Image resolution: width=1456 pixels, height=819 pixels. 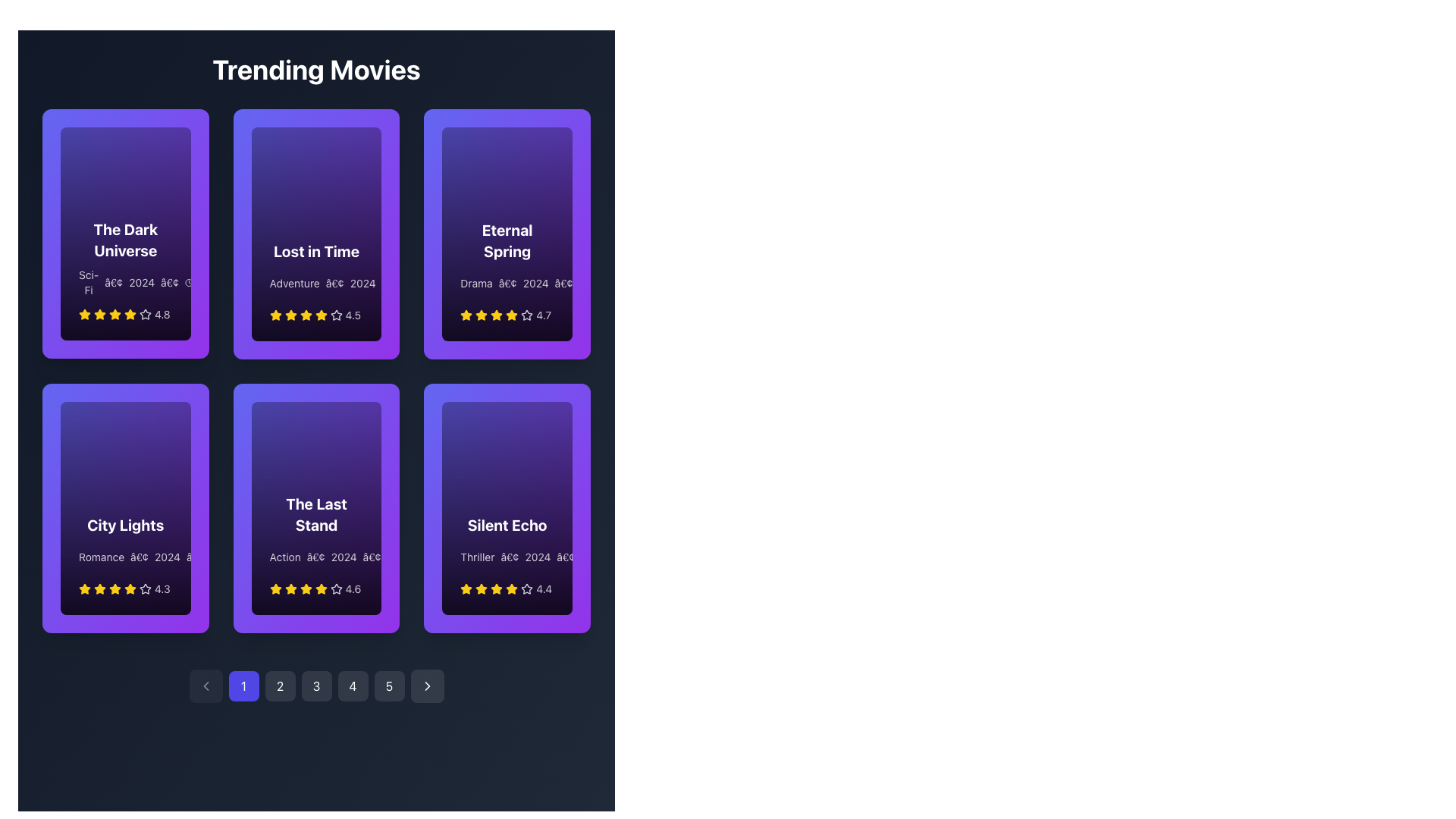 What do you see at coordinates (315, 234) in the screenshot?
I see `the second card in the 'Trending Movies' grid titled 'Lost in Time'` at bounding box center [315, 234].